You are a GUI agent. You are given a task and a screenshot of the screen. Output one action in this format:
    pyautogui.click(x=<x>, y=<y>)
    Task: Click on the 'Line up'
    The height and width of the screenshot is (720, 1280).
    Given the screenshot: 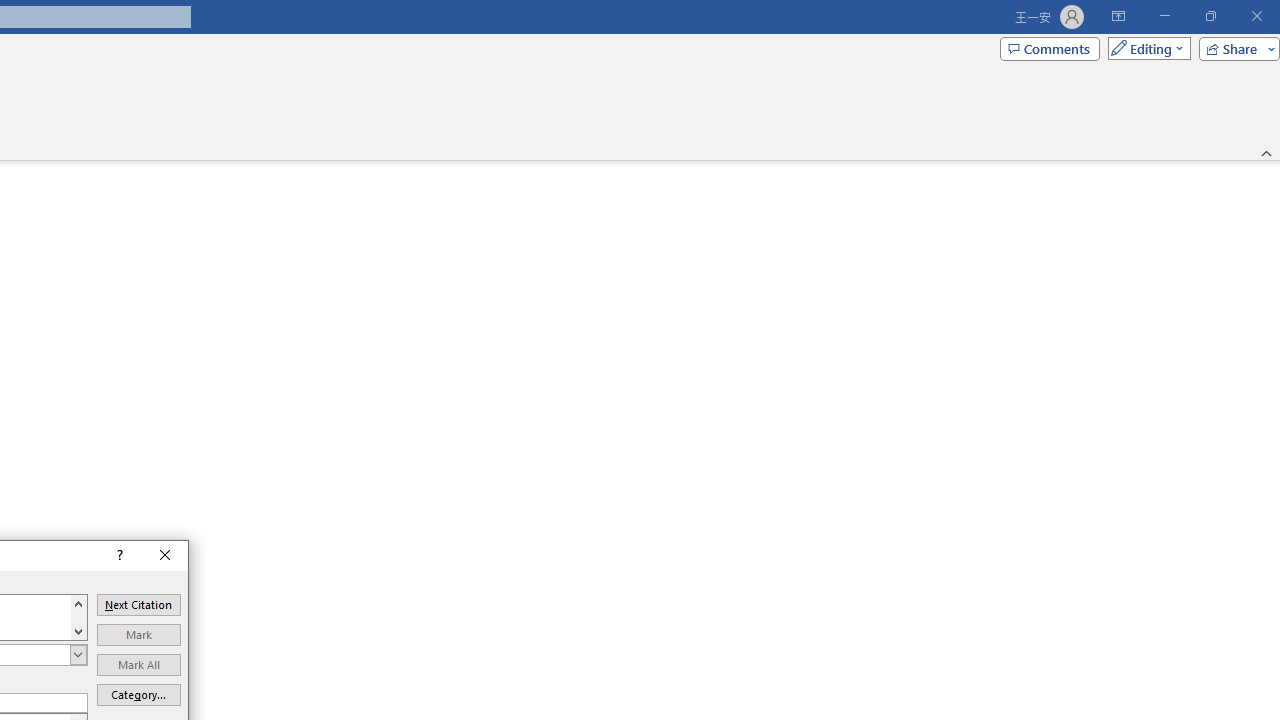 What is the action you would take?
    pyautogui.click(x=78, y=602)
    